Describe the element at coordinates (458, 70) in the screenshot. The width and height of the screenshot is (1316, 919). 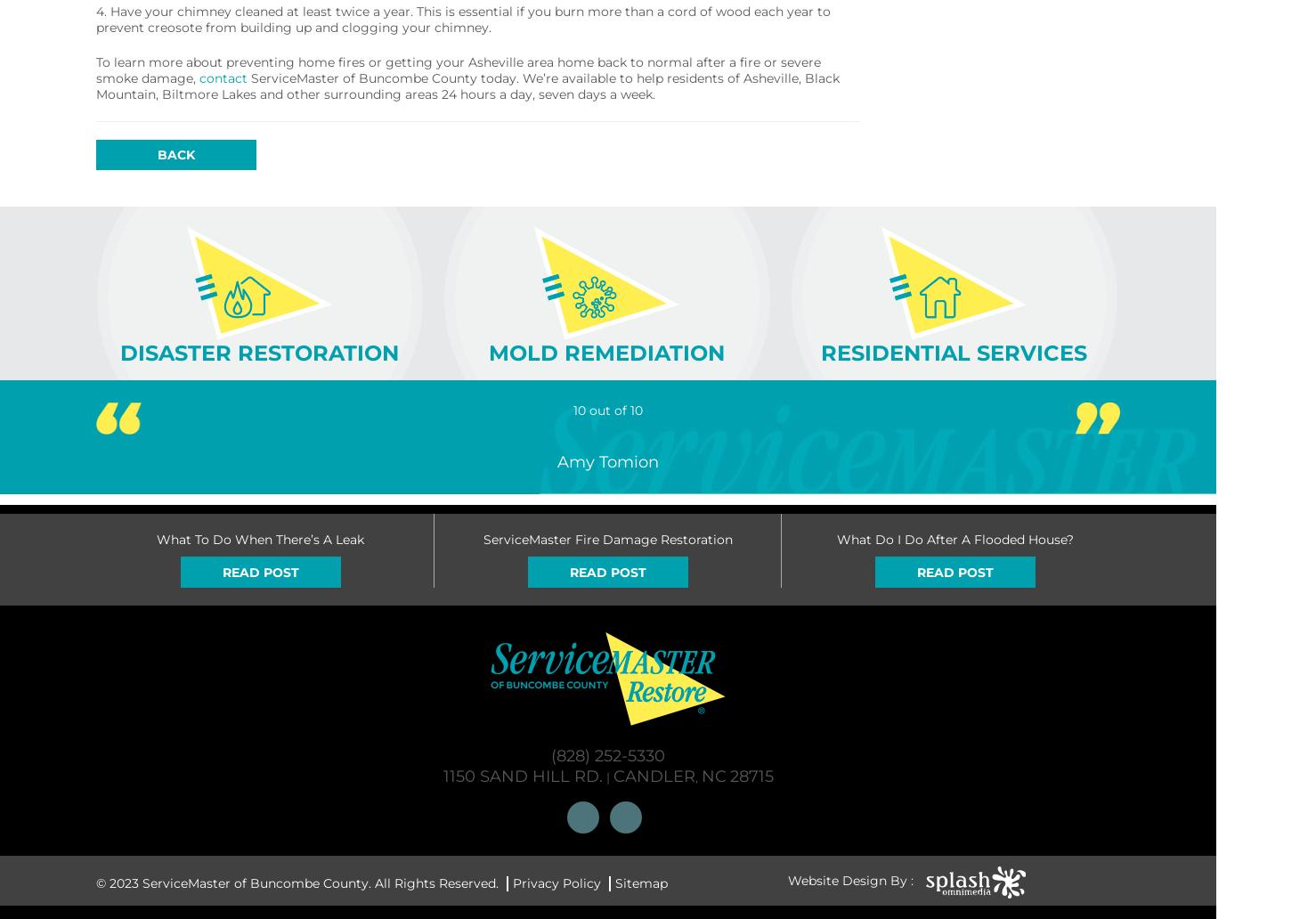
I see `'To learn more about preventing home fires or getting your Asheville area home back to normal after a fire or severe smoke damage,'` at that location.